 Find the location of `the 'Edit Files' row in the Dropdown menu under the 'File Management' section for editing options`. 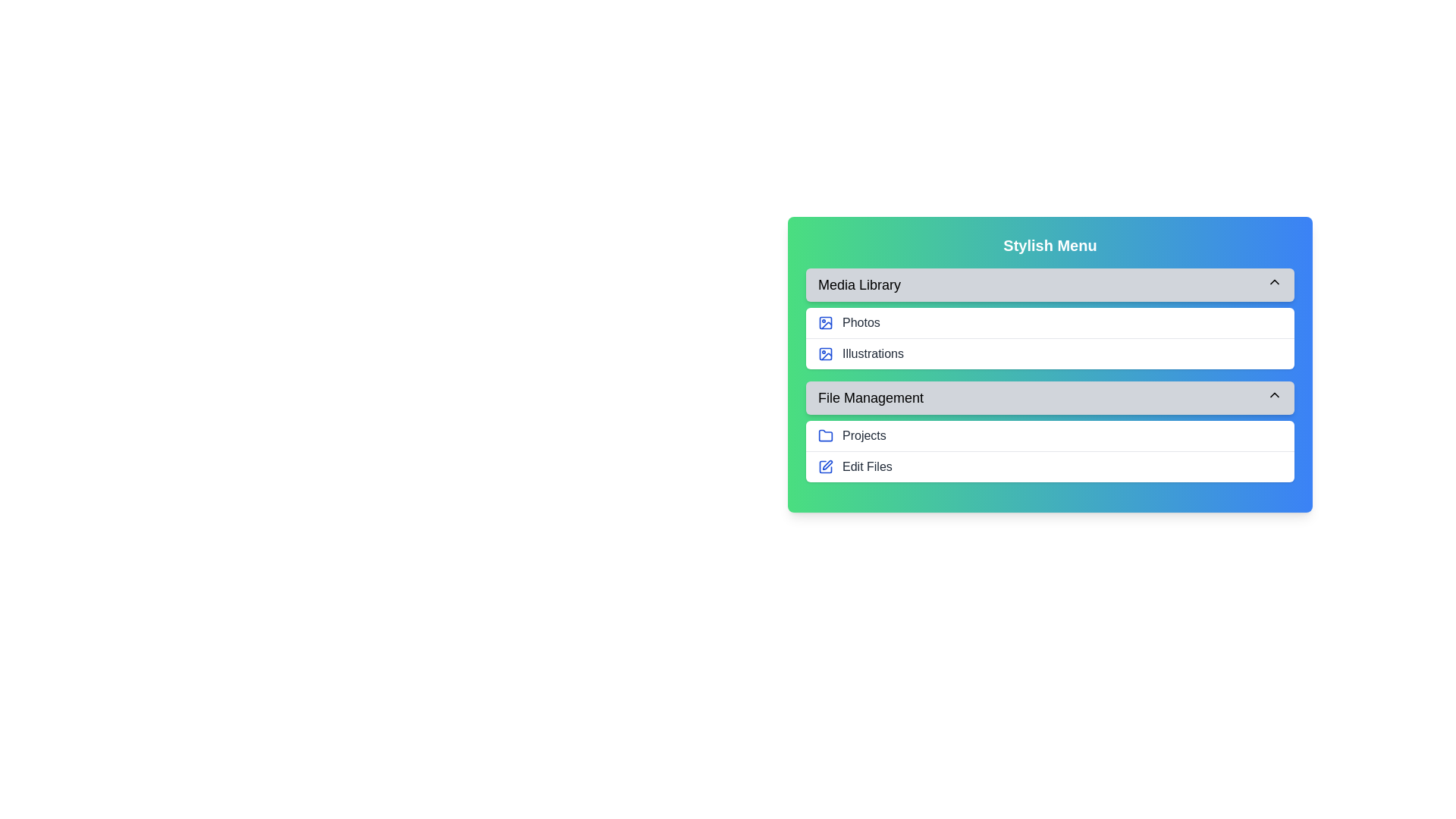

the 'Edit Files' row in the Dropdown menu under the 'File Management' section for editing options is located at coordinates (1050, 431).